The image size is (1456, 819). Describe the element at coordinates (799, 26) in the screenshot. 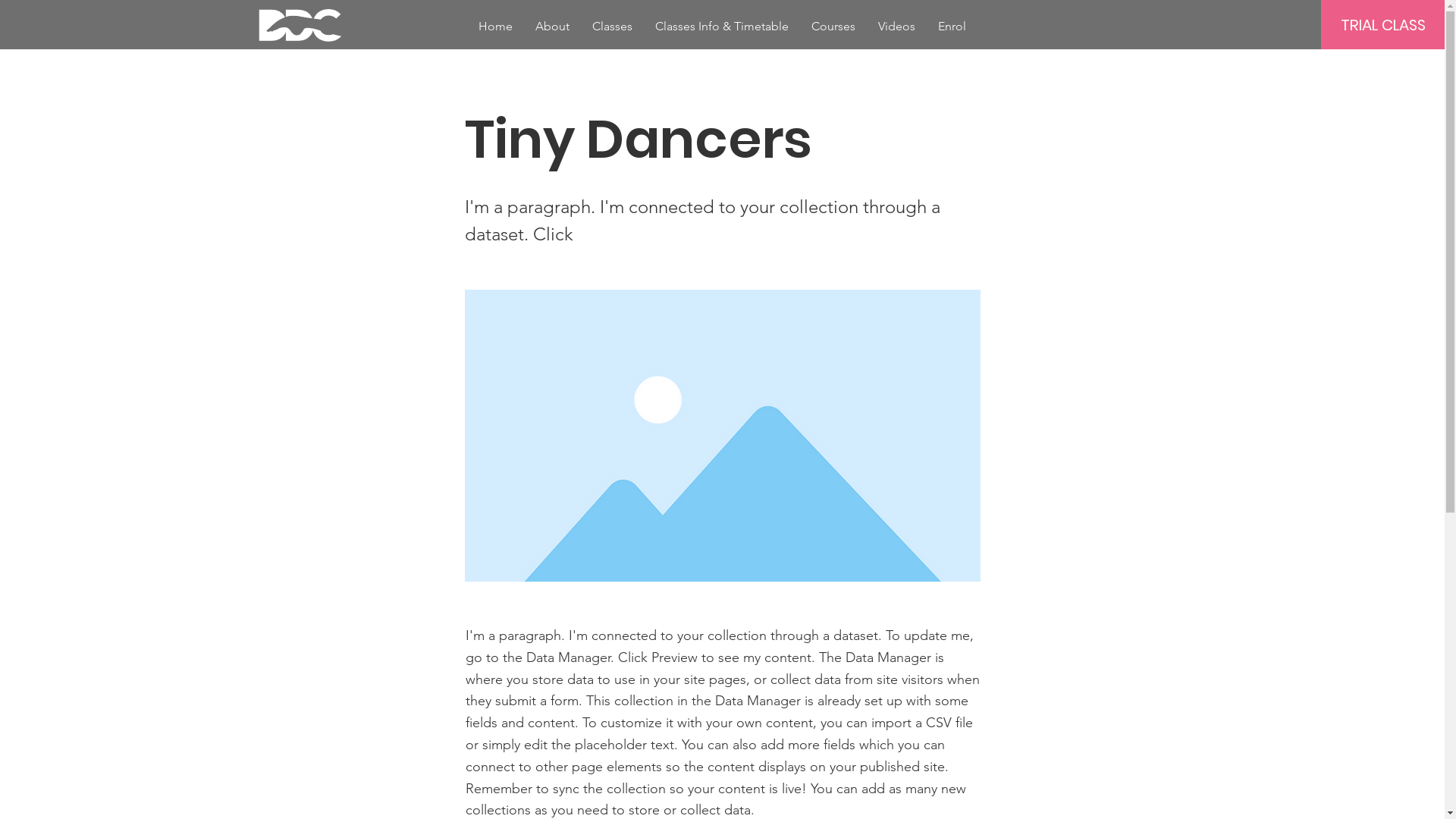

I see `'Courses'` at that location.